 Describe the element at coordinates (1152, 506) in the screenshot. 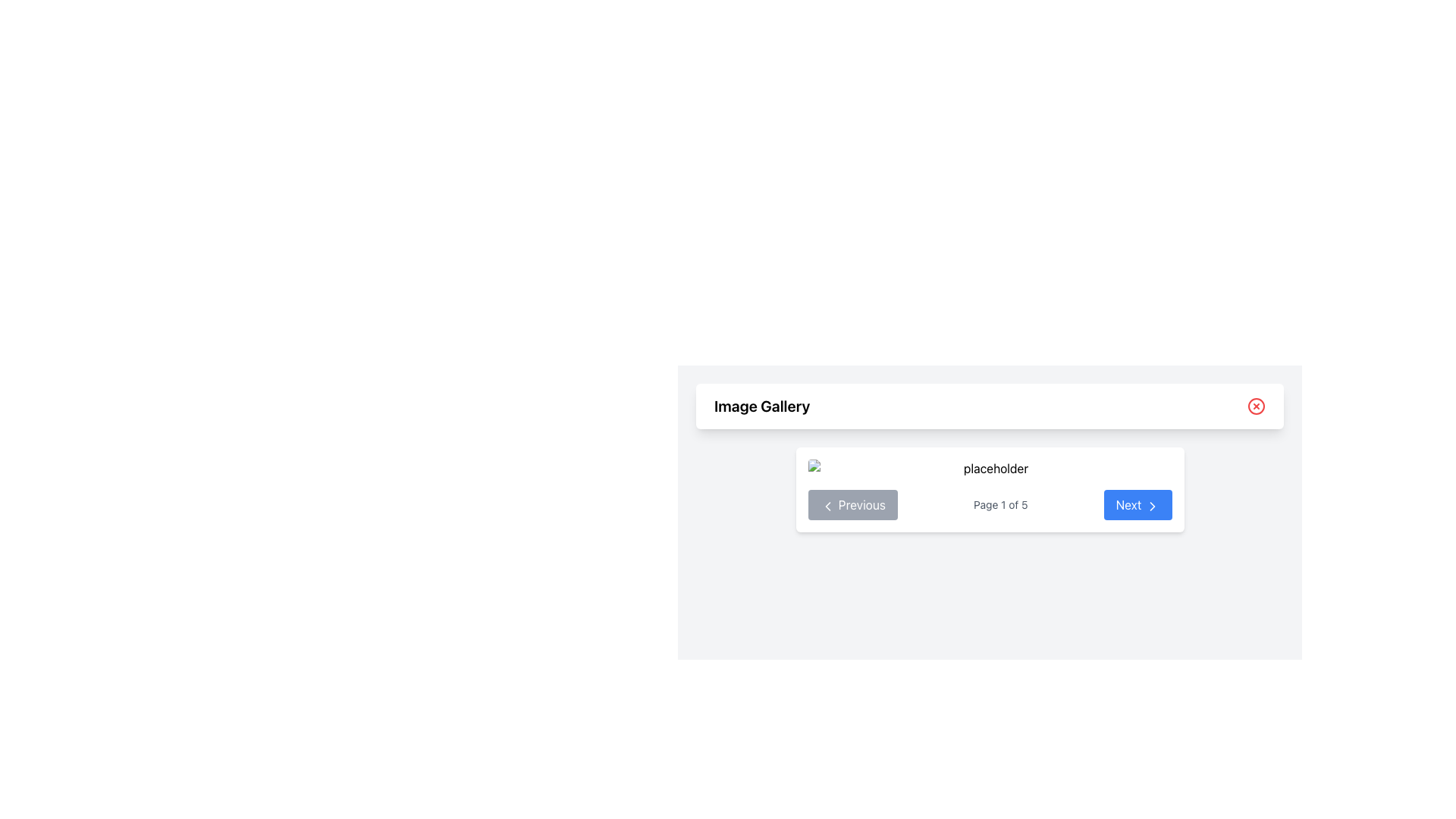

I see `the right-facing arrow symbol, which is a geometric chevron shape located within the 'Next' button in the lower-right part of the application's interface` at that location.